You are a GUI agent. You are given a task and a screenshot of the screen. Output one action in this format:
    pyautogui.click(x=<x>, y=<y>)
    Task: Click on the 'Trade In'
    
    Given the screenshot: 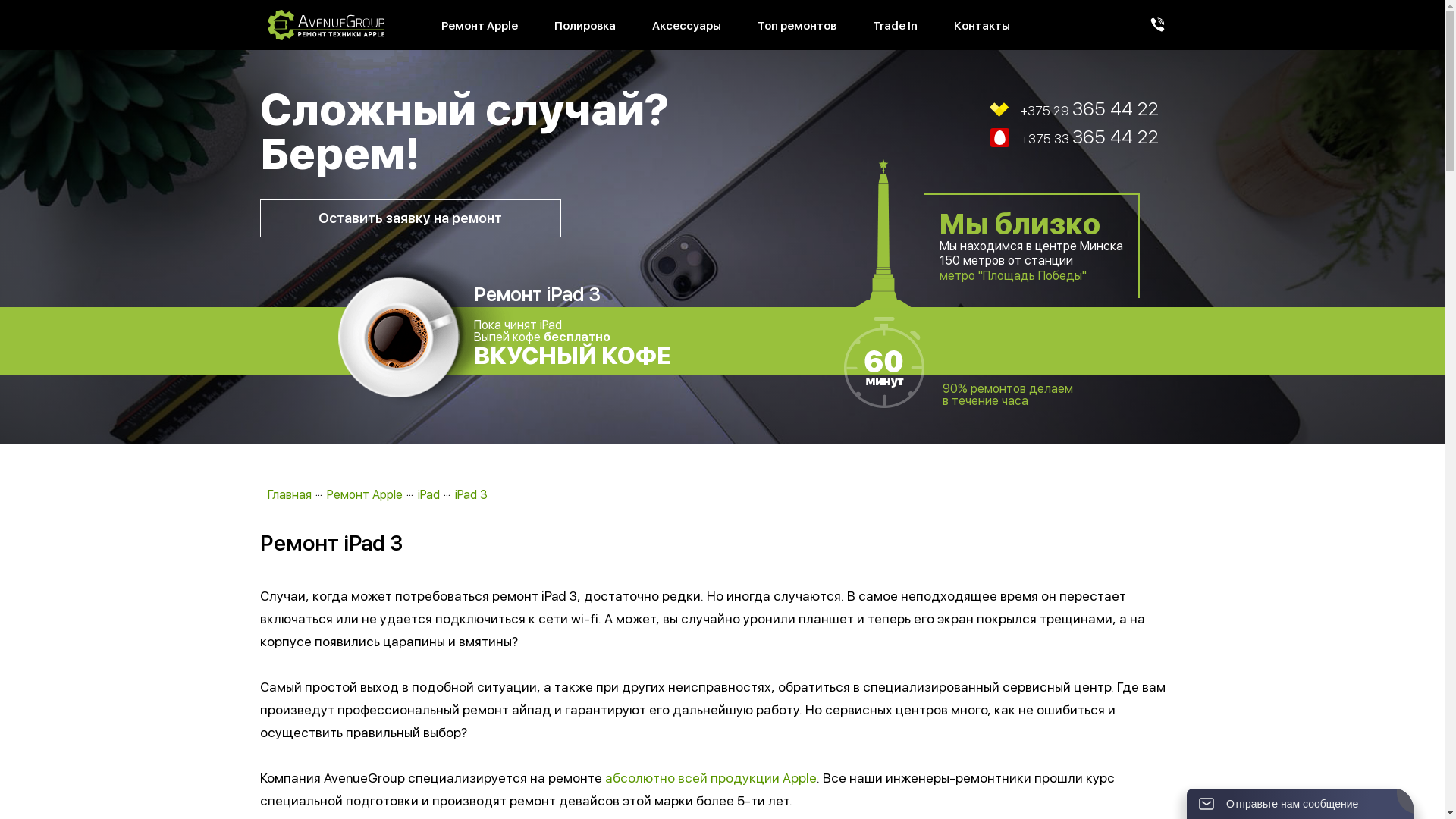 What is the action you would take?
    pyautogui.click(x=895, y=26)
    